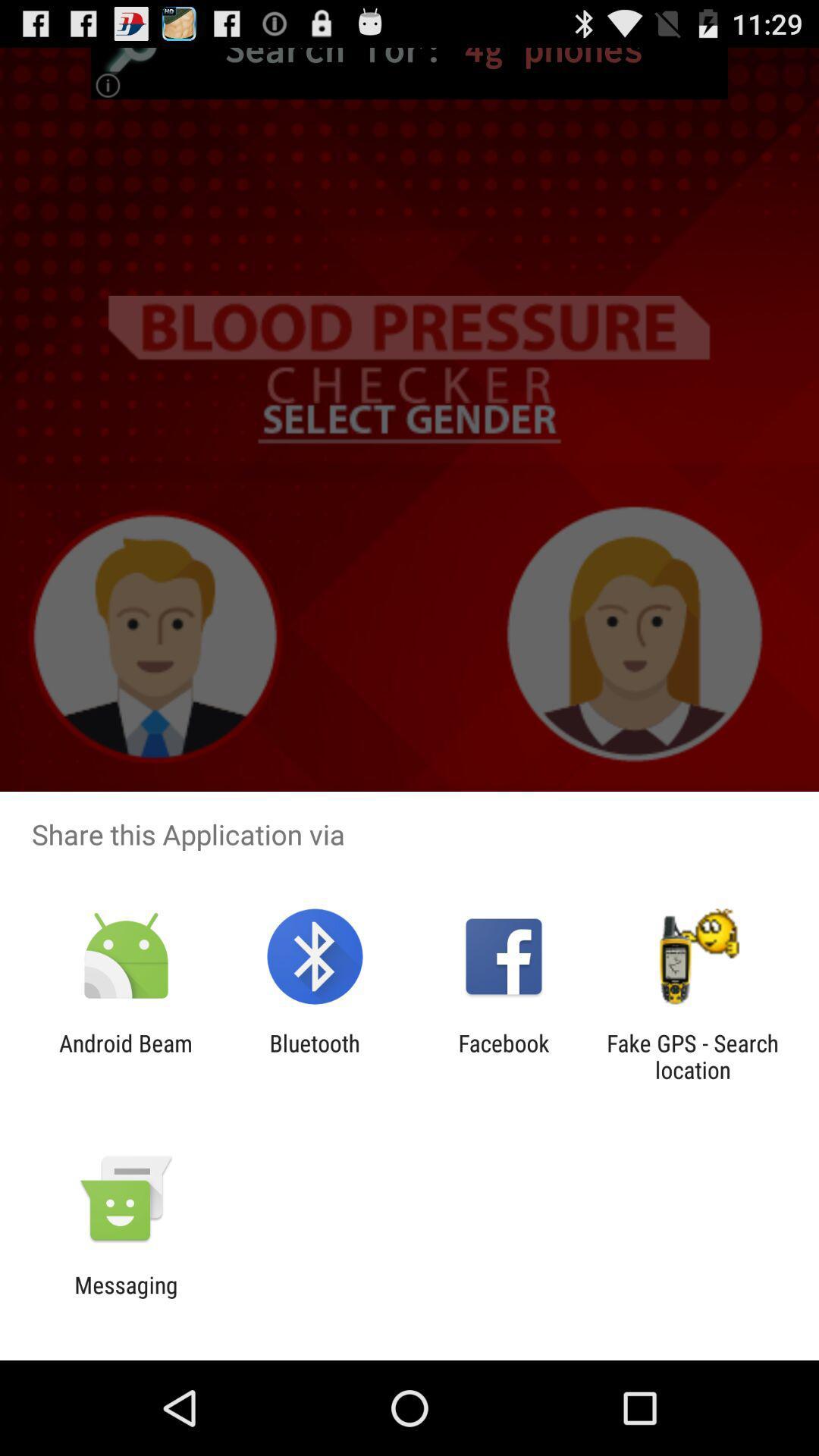 This screenshot has width=819, height=1456. Describe the element at coordinates (504, 1056) in the screenshot. I see `the app next to the bluetooth` at that location.